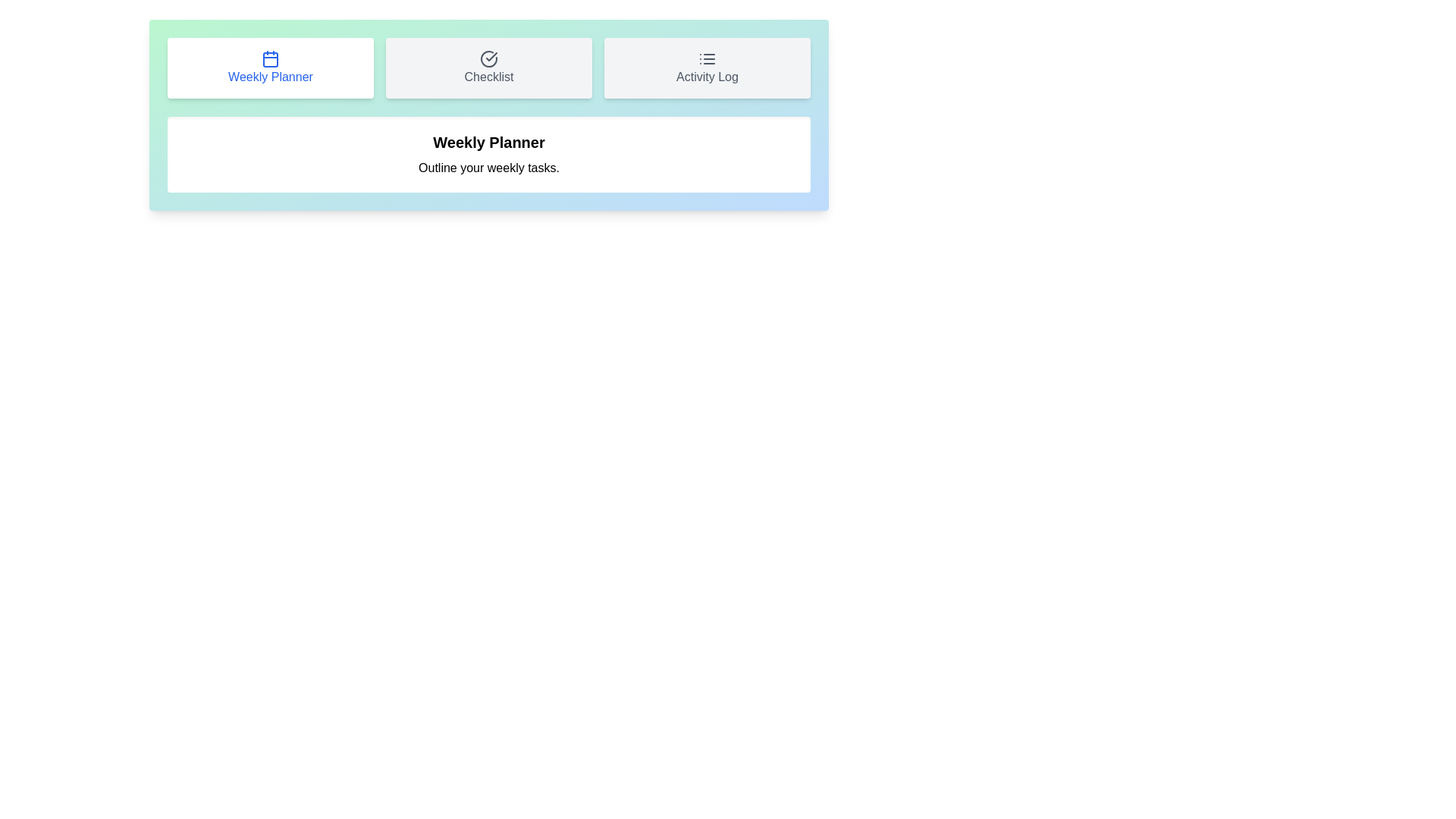  I want to click on the tab button corresponding to Checklist to switch to that tab, so click(488, 67).